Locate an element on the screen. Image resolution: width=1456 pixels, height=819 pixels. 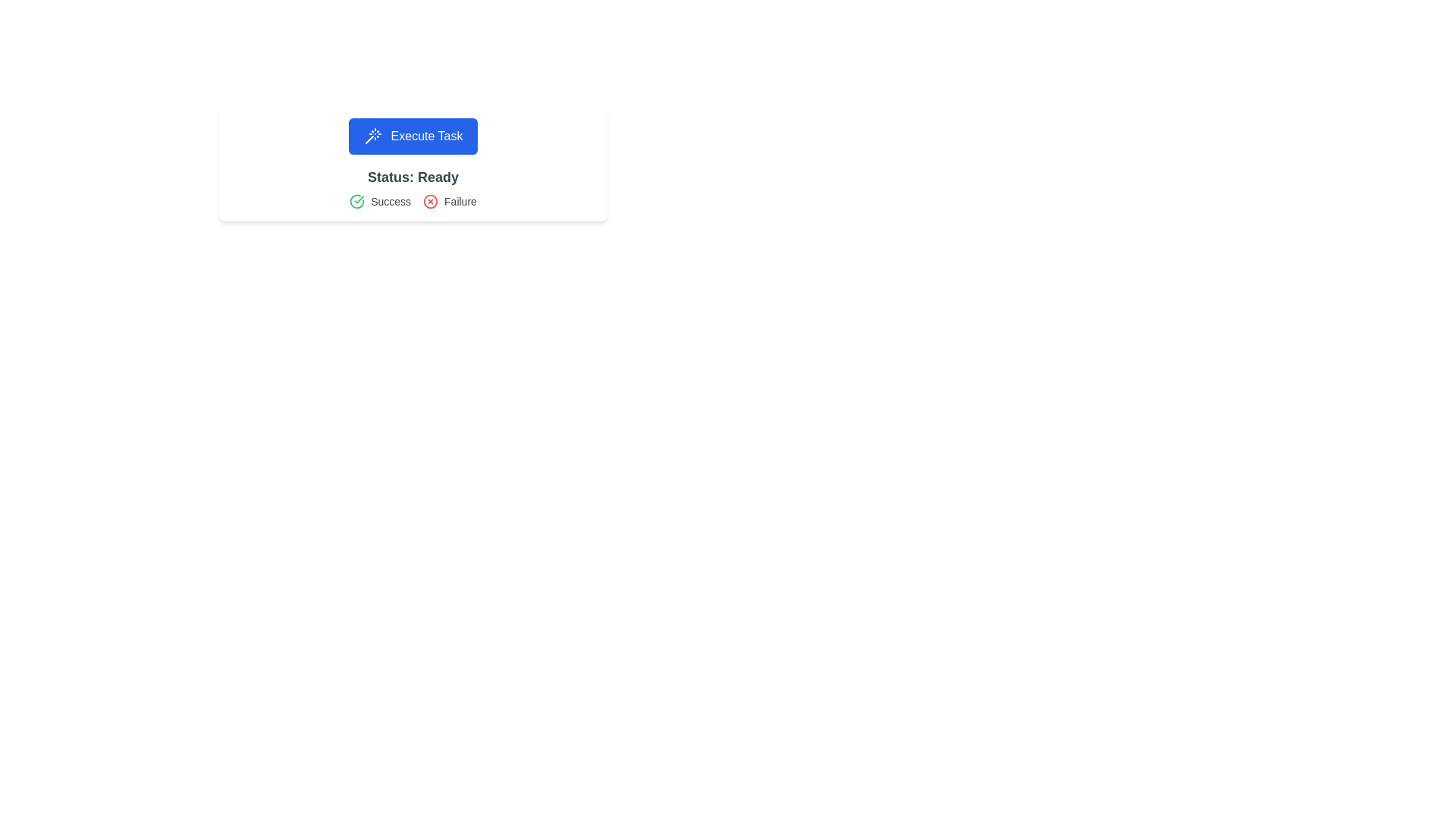
the blue 'Execute Task' button with white text and a magic wand icon is located at coordinates (413, 136).